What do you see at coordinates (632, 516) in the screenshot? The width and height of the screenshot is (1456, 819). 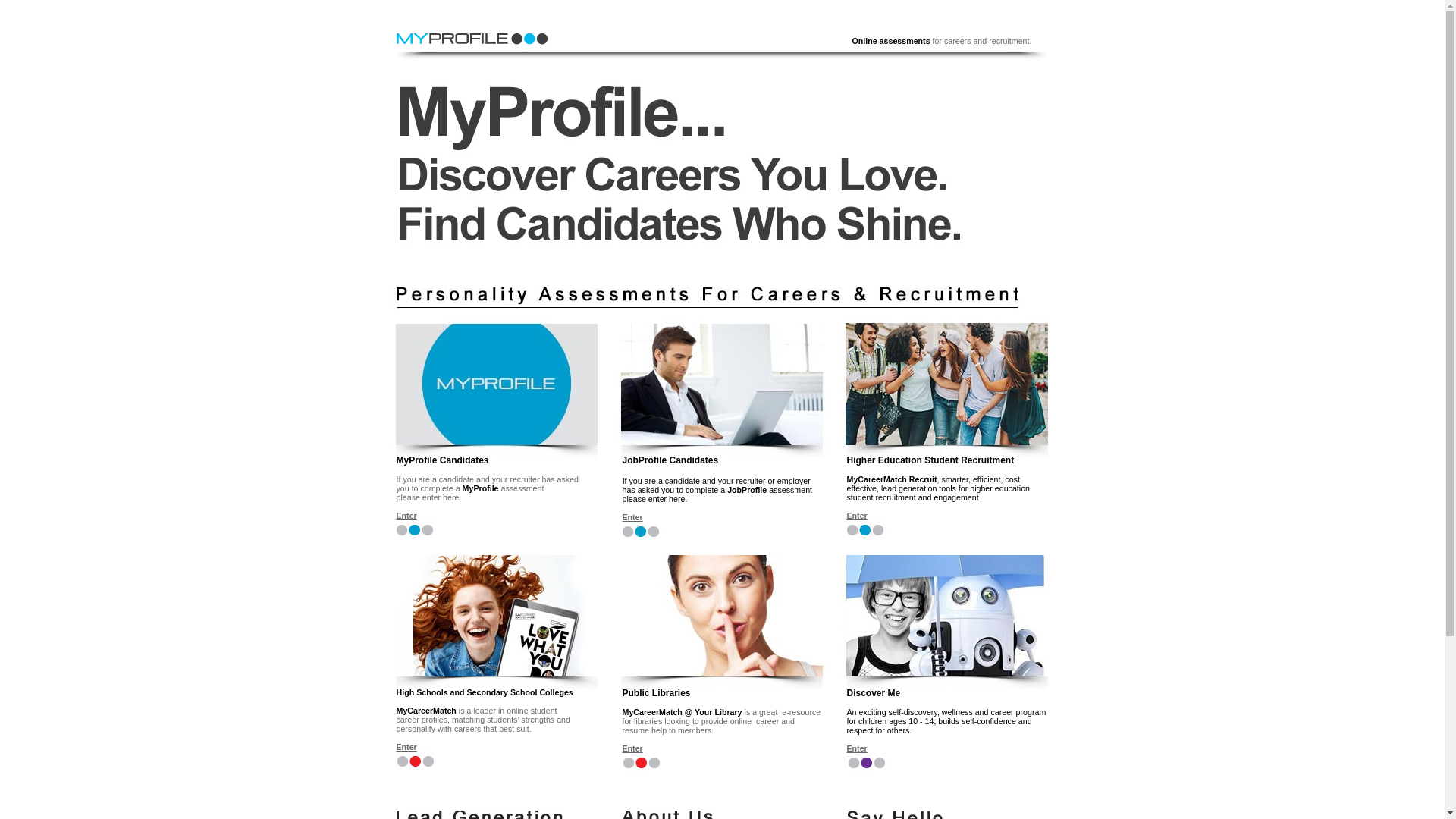 I see `'Enter'` at bounding box center [632, 516].